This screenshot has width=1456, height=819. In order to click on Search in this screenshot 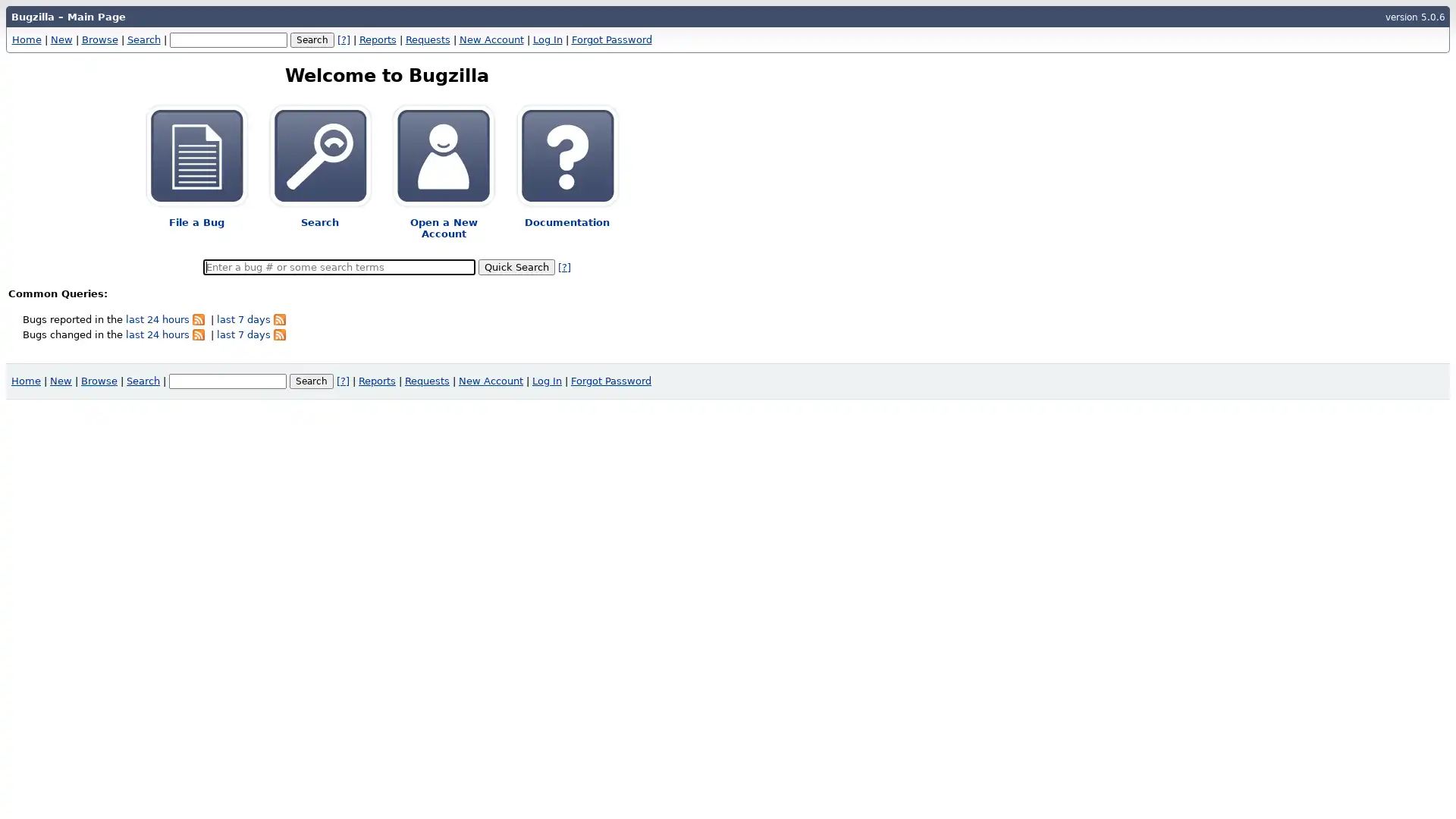, I will do `click(311, 380)`.